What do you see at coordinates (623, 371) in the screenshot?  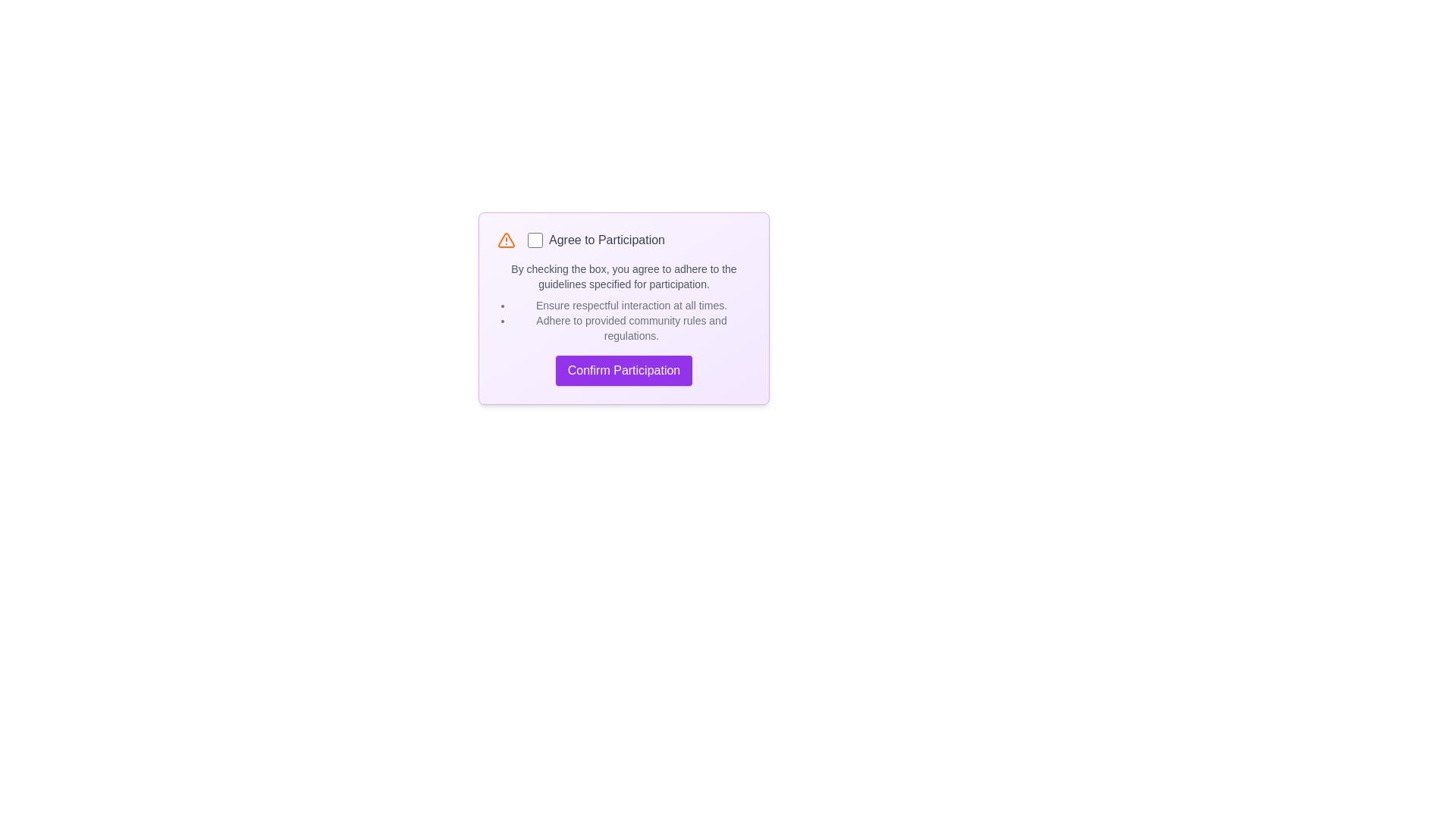 I see `the rectangular button with a purple background and white text that reads 'Confirm Participation' to confirm participation` at bounding box center [623, 371].